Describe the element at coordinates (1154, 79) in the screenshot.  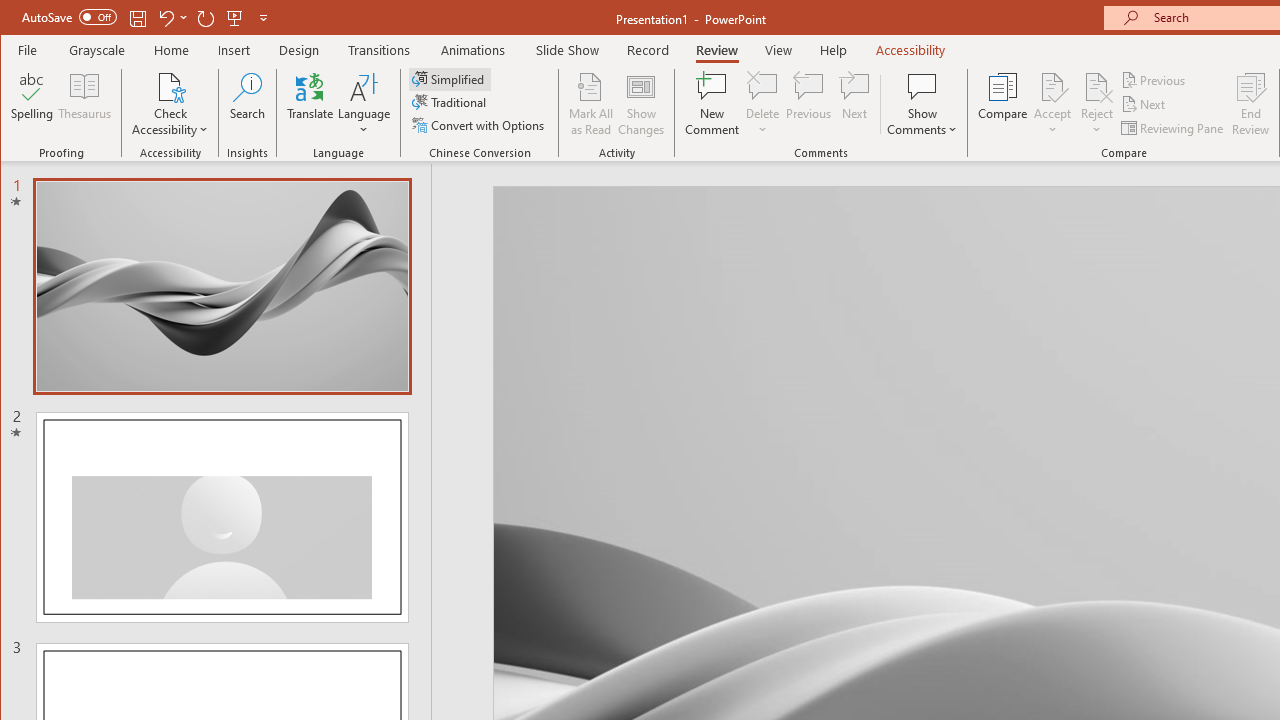
I see `'Previous'` at that location.